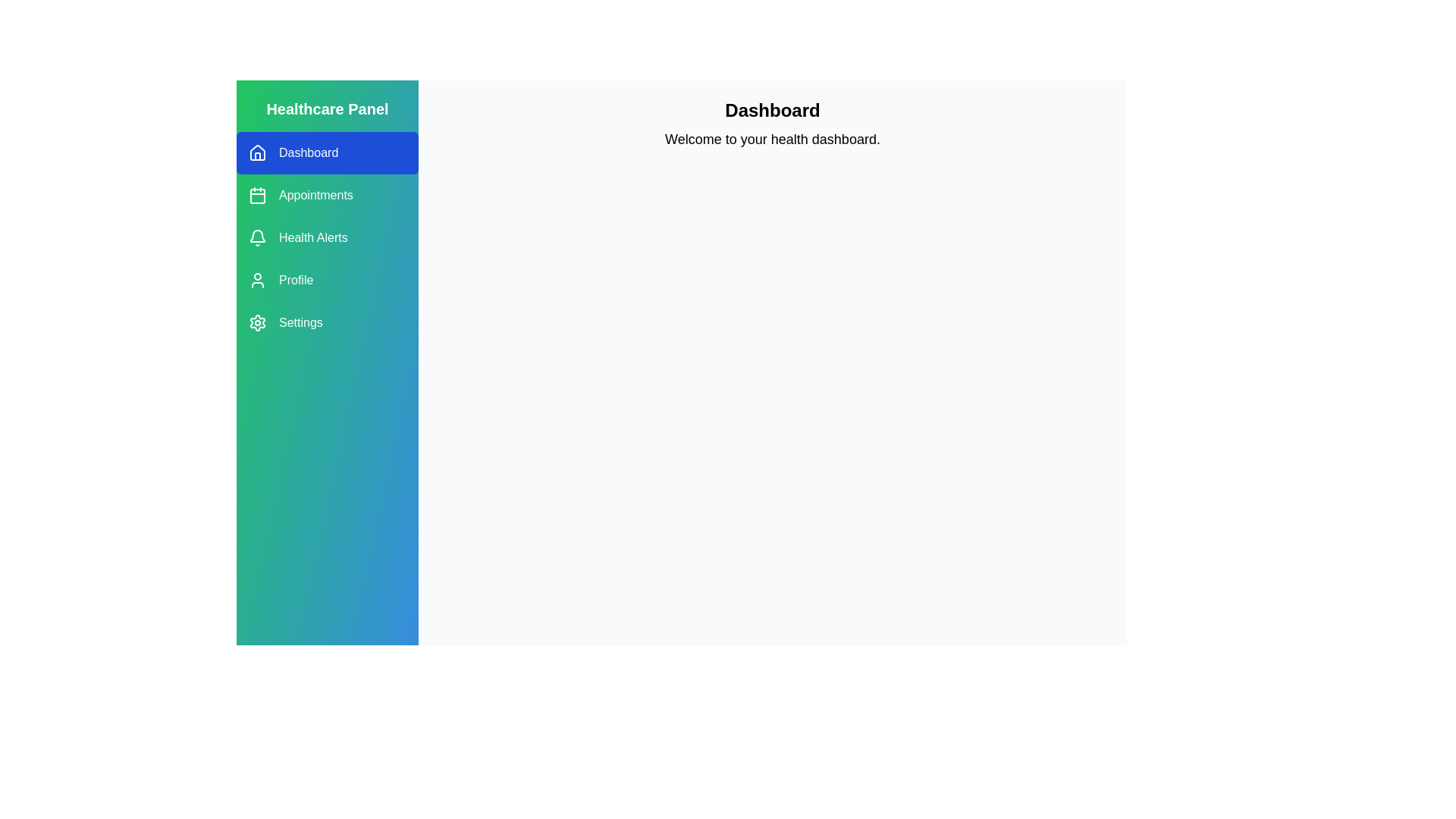  What do you see at coordinates (327, 237) in the screenshot?
I see `the 'Health Alerts' button in the sidebar navigation menu` at bounding box center [327, 237].